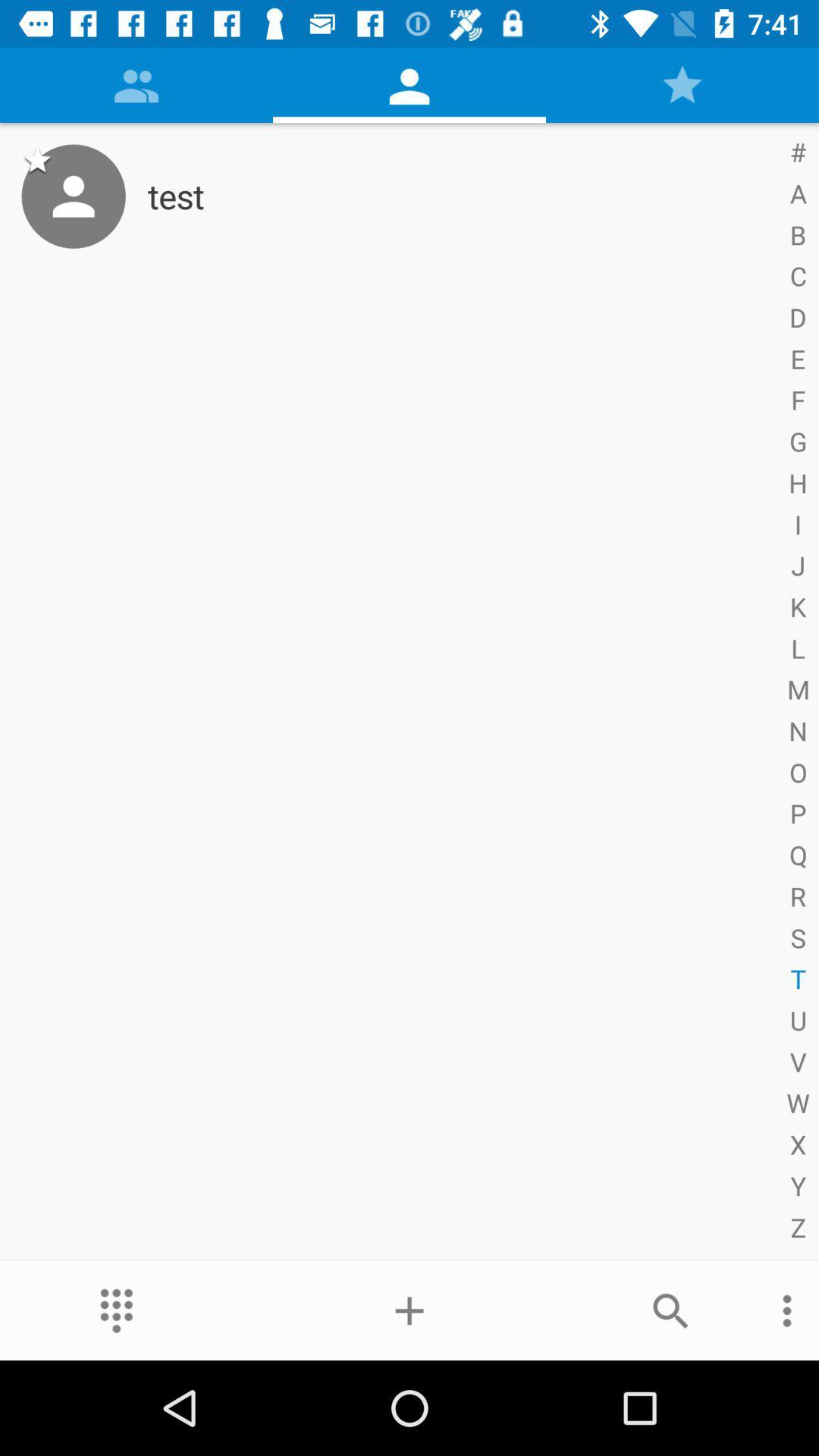  What do you see at coordinates (115, 1310) in the screenshot?
I see `the more icon` at bounding box center [115, 1310].